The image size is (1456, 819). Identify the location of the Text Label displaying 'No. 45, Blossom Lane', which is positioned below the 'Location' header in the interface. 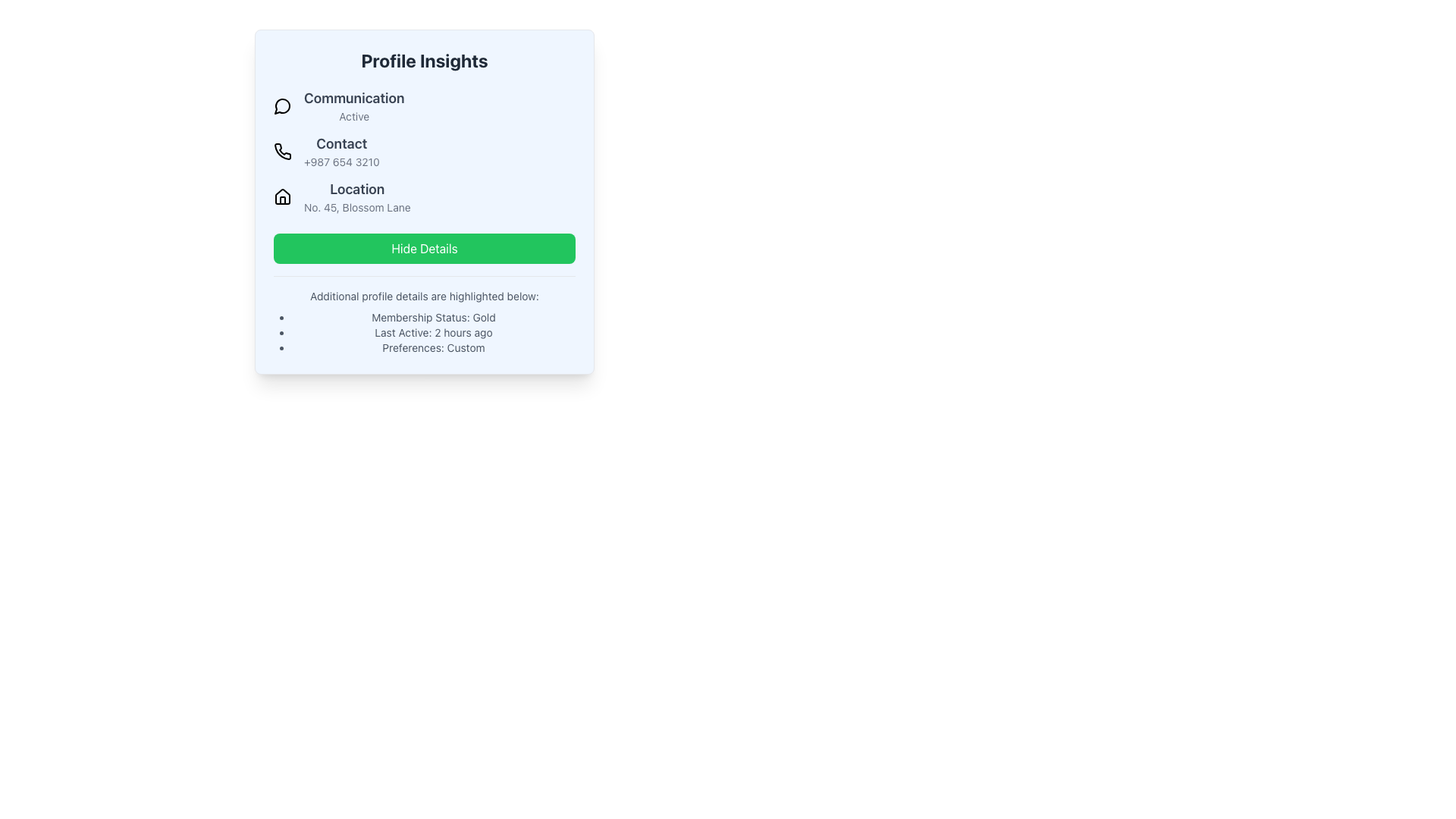
(356, 207).